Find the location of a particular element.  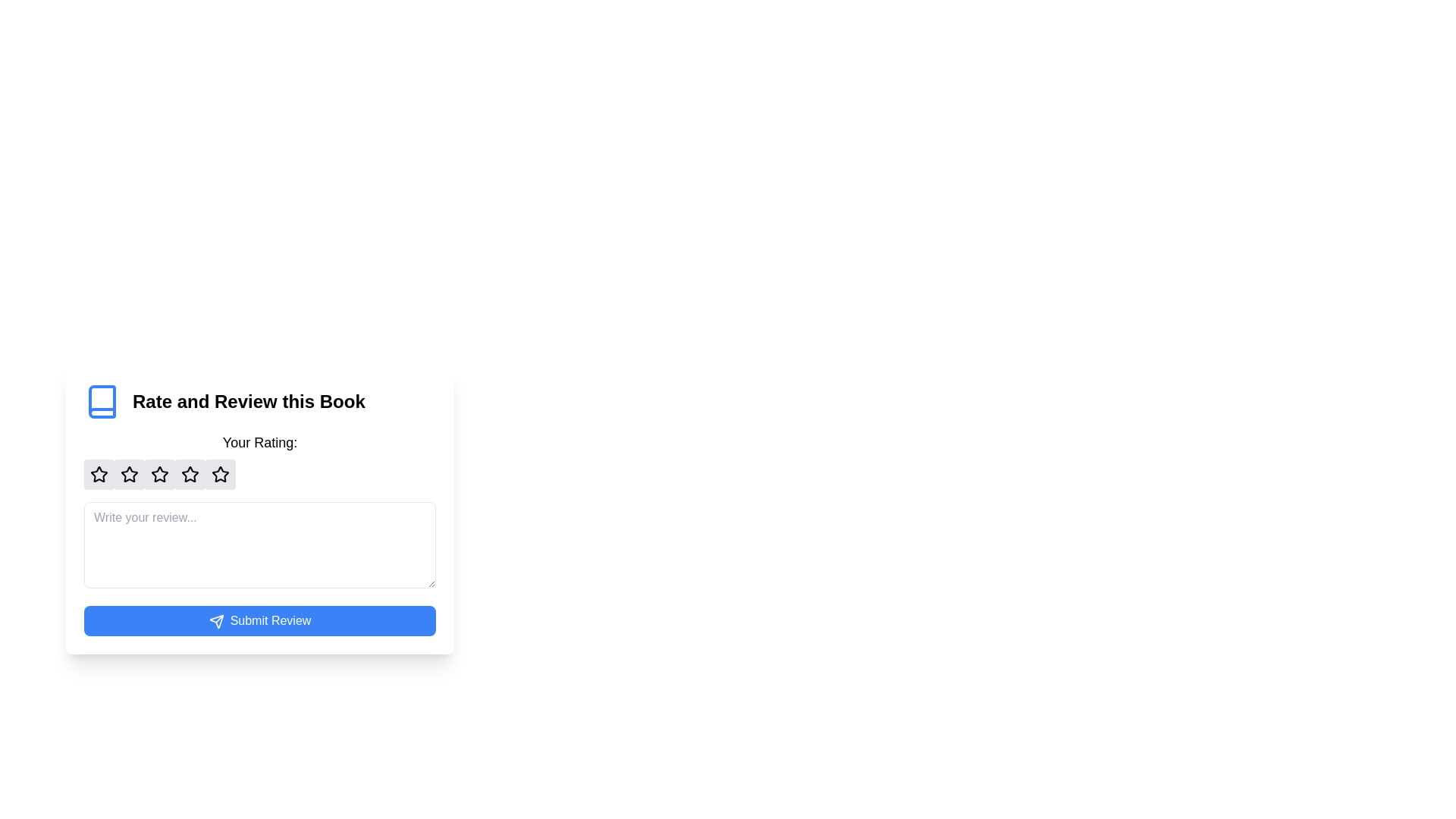

the triangular-shaped 'Send' icon that resembles an arrow or paper airplane, which is part of the 'Submit Review' button, located on the left side of the label text is located at coordinates (215, 621).